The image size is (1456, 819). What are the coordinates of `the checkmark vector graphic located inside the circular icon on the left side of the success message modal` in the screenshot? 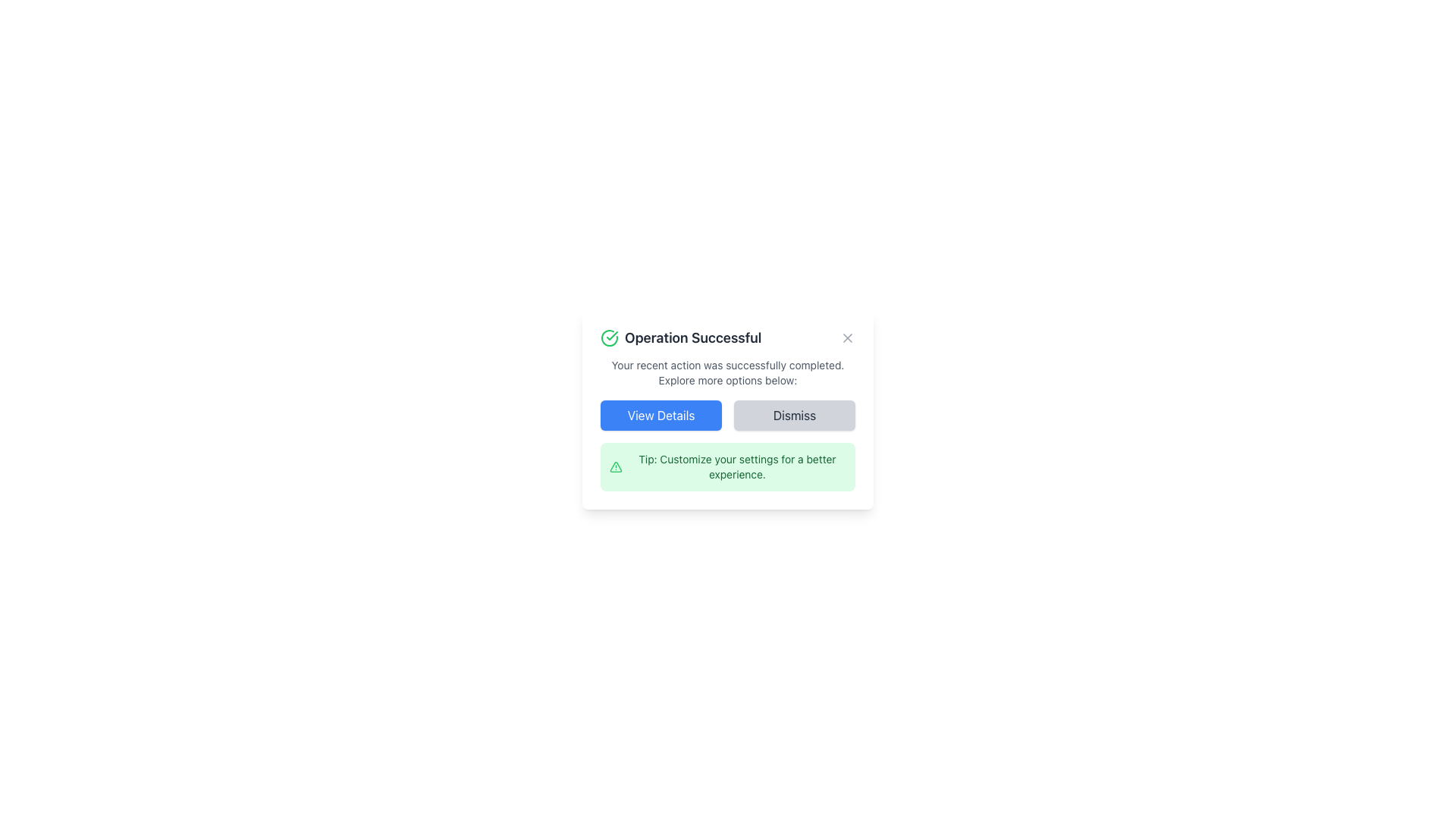 It's located at (612, 335).